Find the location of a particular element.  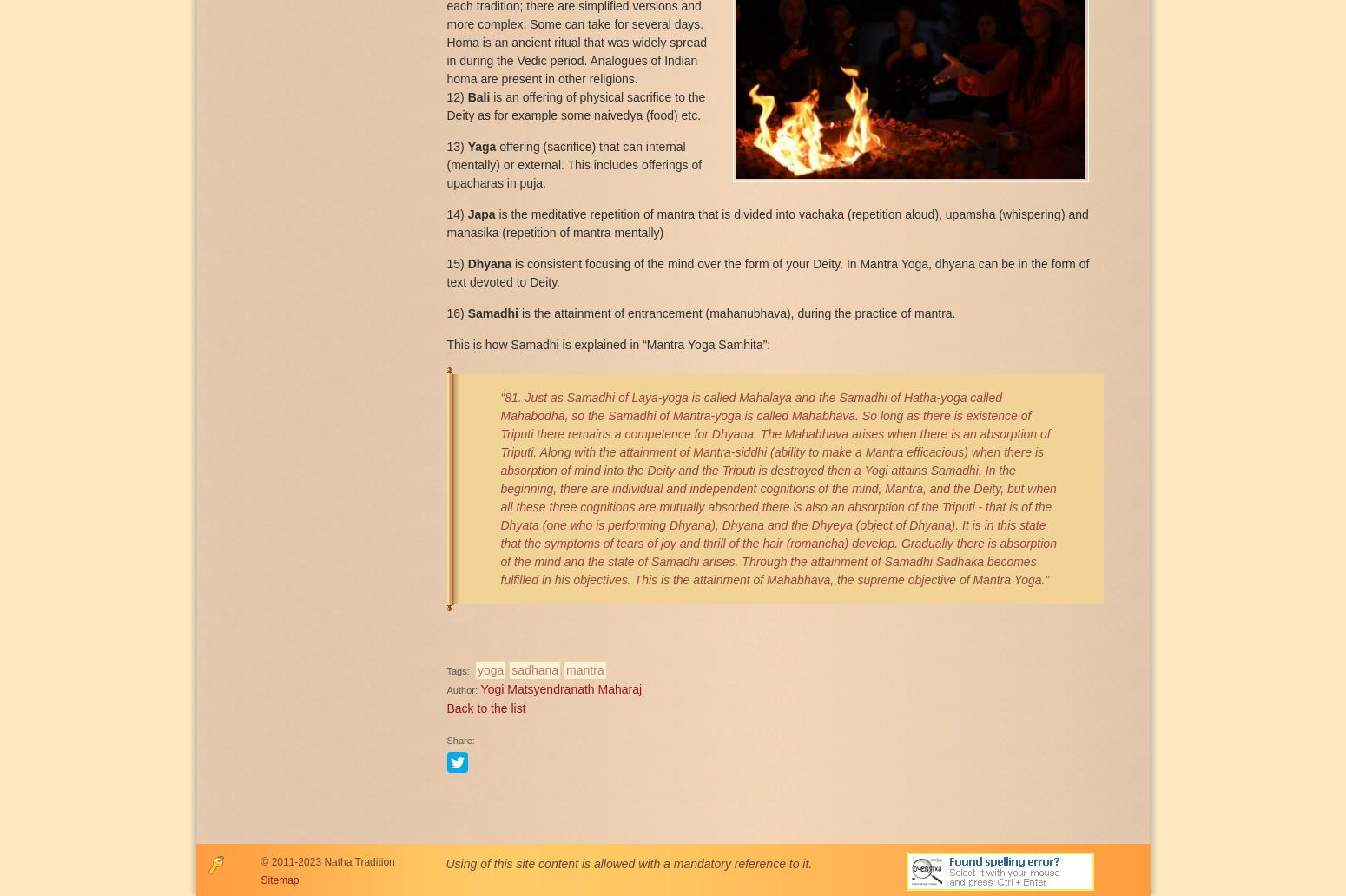

'is an offering of physical sacrifice to the Deity as for example some naivedya (food) etc.' is located at coordinates (574, 105).